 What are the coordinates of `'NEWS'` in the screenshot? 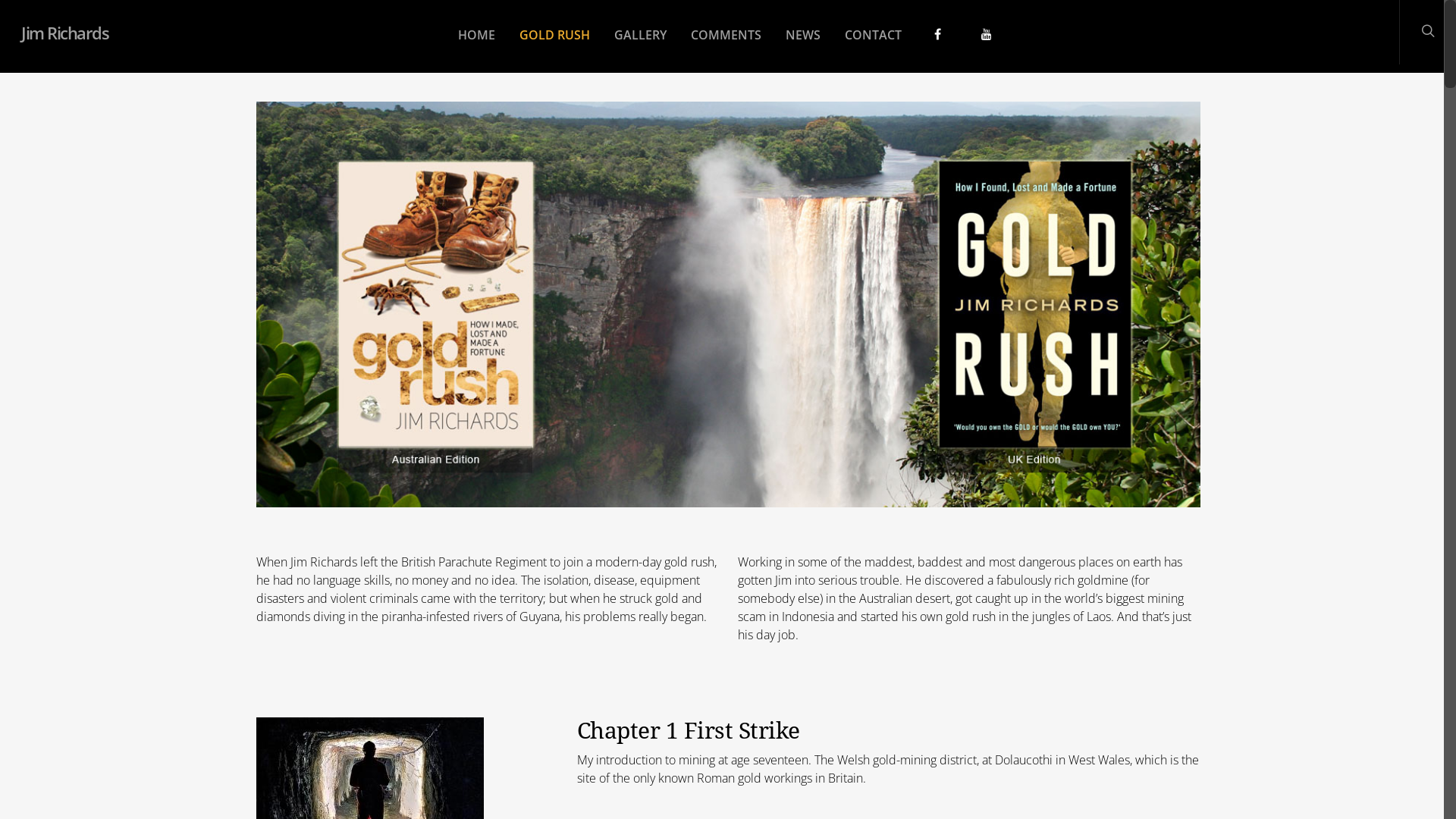 It's located at (801, 45).